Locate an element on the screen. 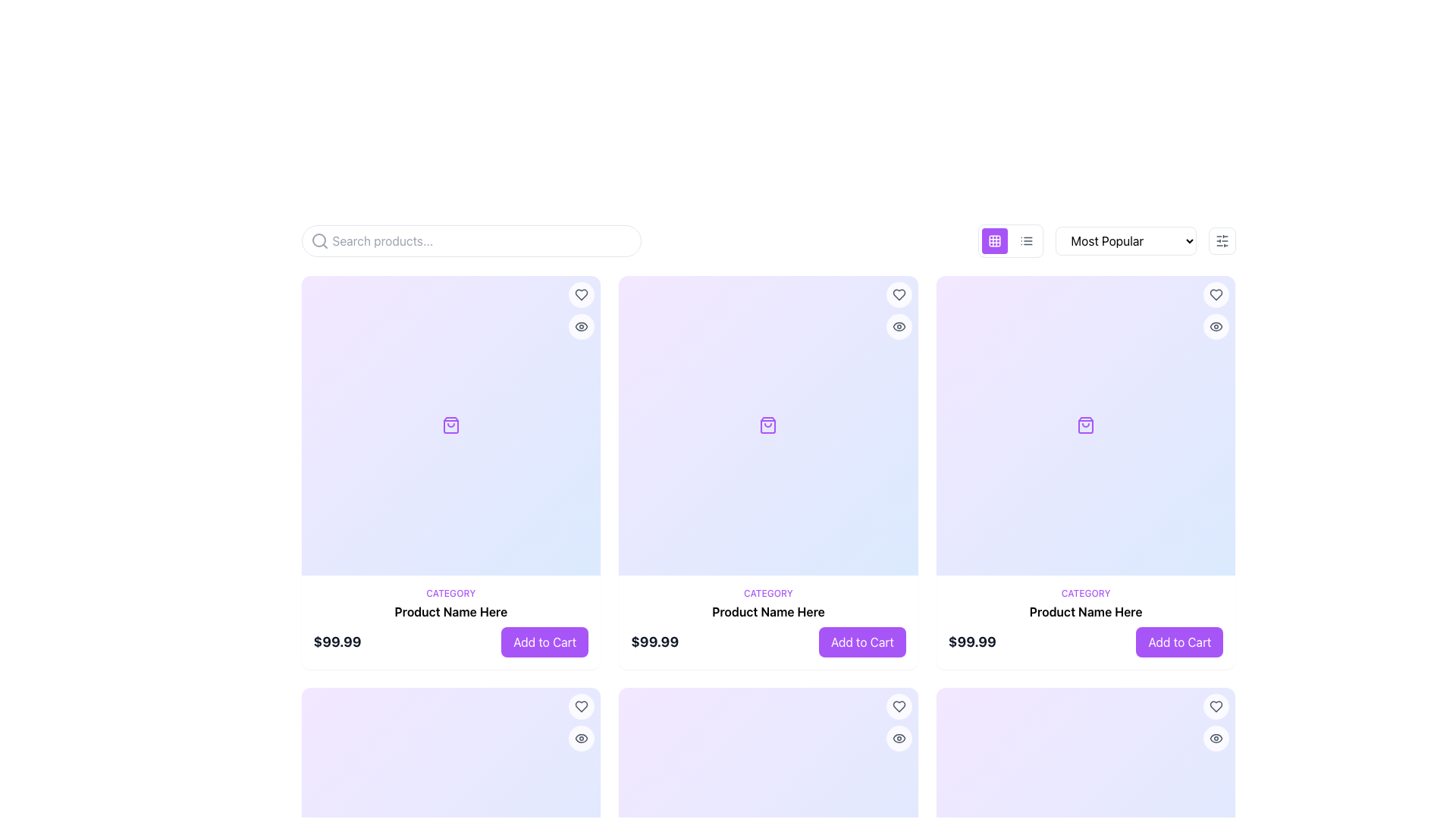  the circular button at the top-right corner of the product card overlay is located at coordinates (581, 706).